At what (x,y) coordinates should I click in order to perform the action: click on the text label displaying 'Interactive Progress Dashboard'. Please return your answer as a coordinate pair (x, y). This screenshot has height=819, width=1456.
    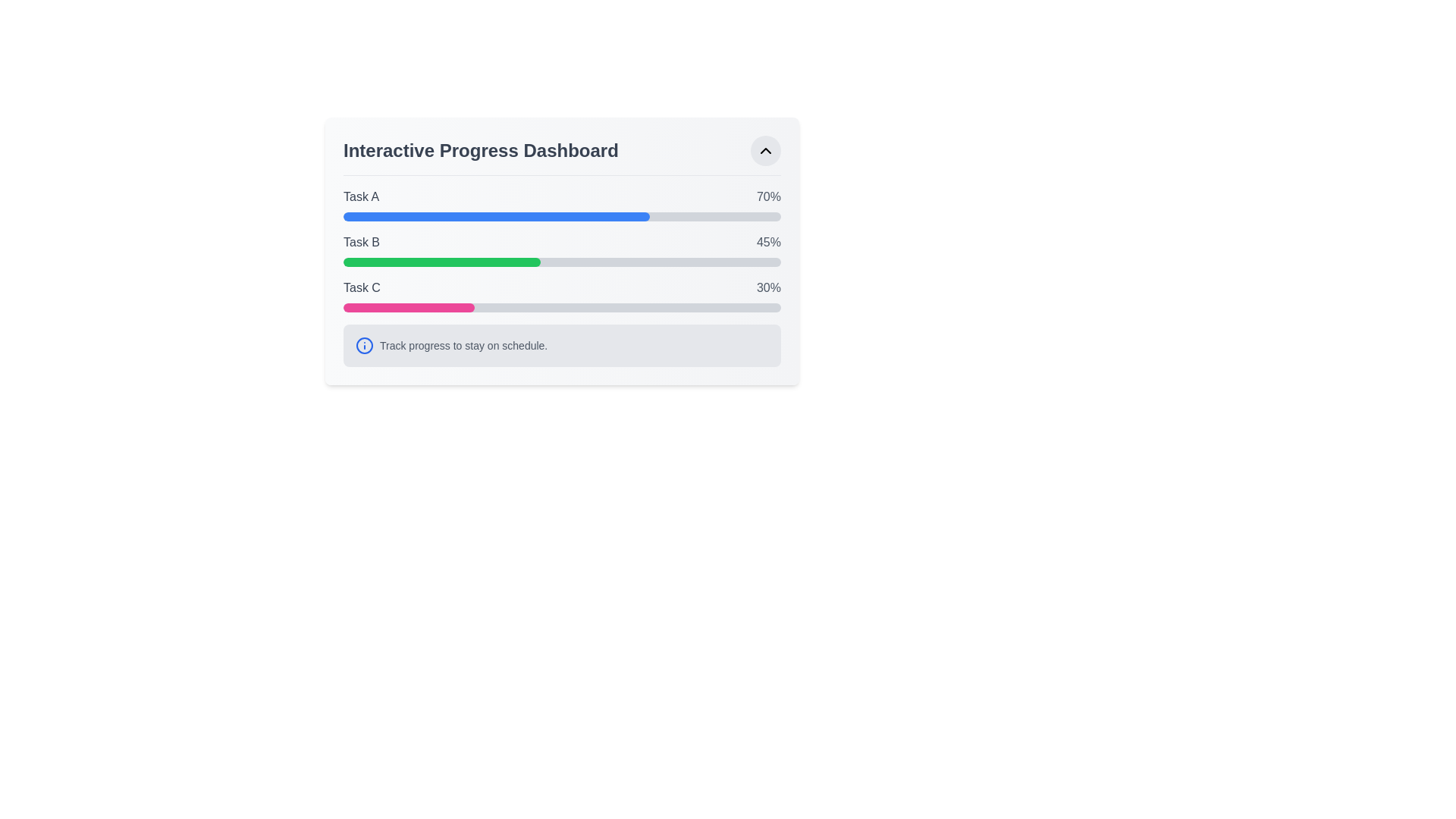
    Looking at the image, I should click on (480, 151).